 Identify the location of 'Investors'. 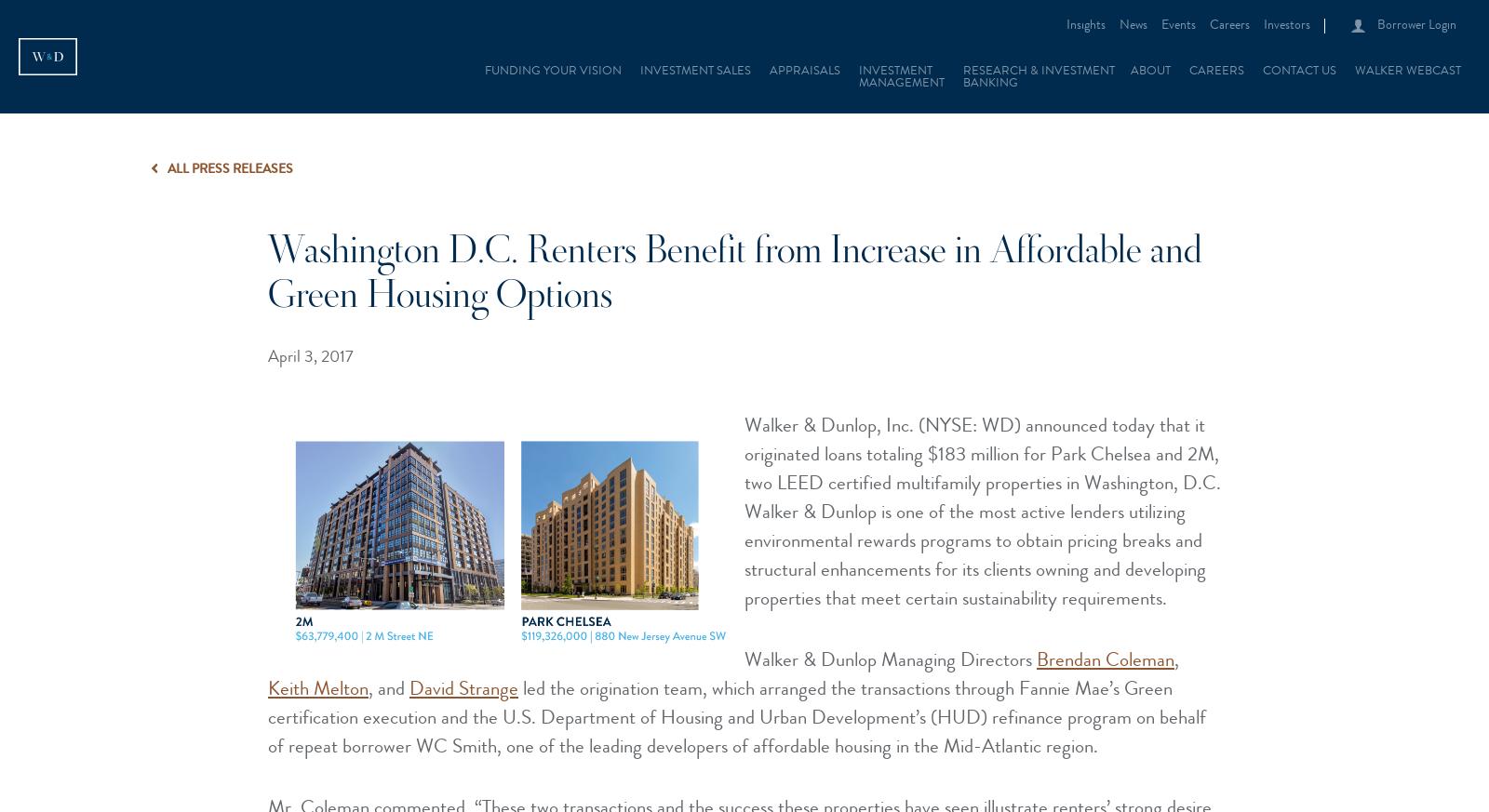
(1286, 25).